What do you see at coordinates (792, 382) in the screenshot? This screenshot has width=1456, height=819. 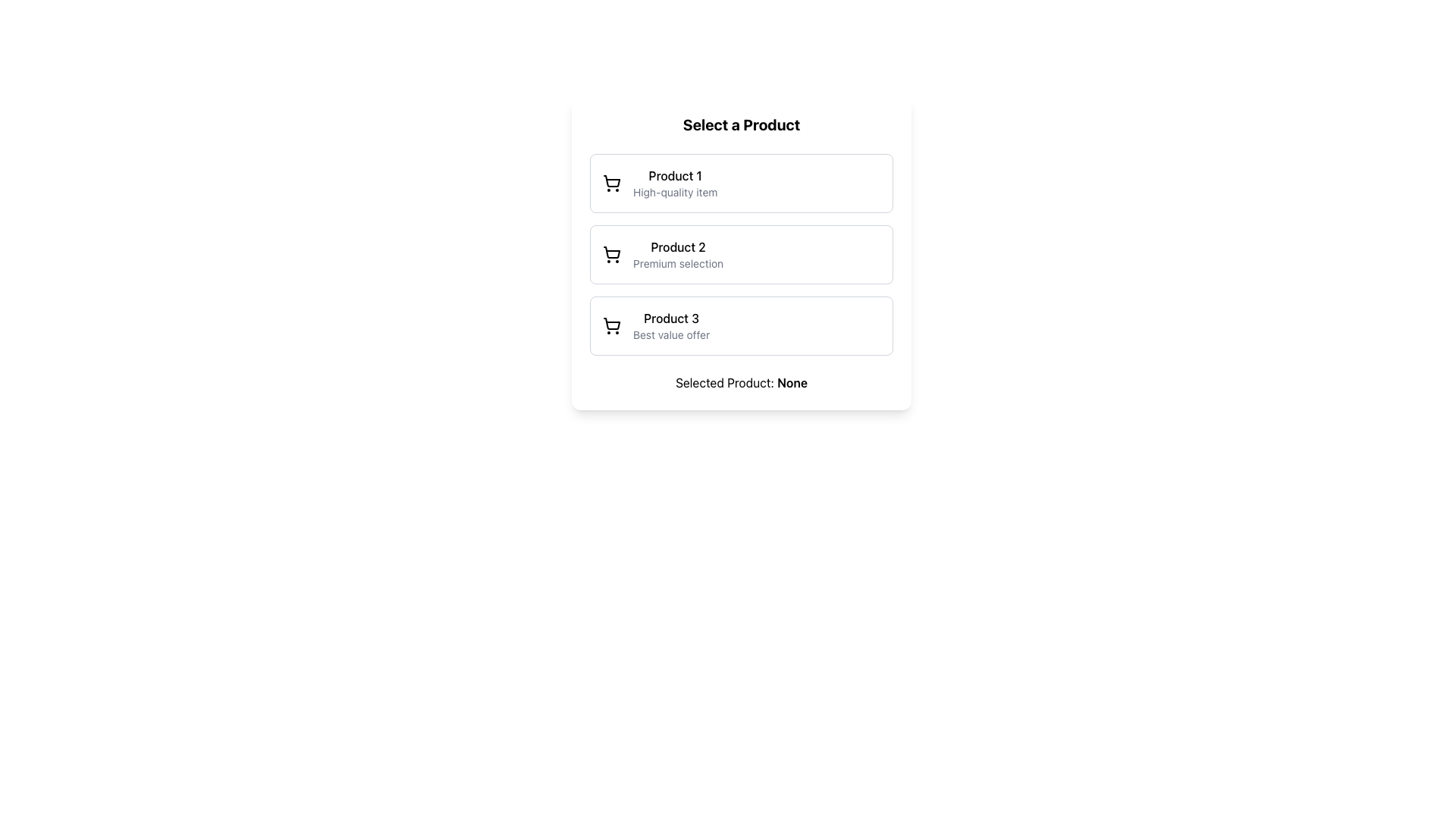 I see `text displayed to the right of the label 'Selected Product:' to determine the currently selected product` at bounding box center [792, 382].